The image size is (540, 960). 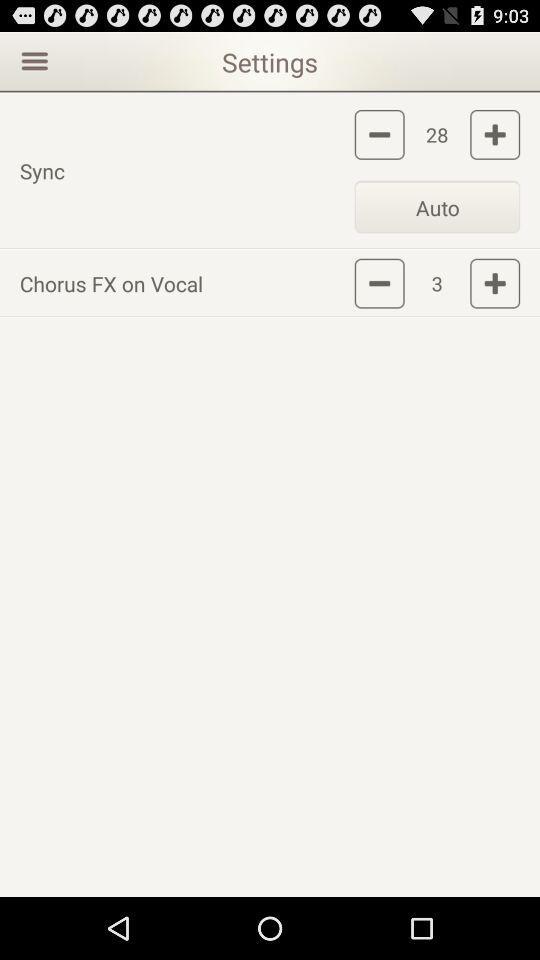 I want to click on the item above the sync icon, so click(x=31, y=59).